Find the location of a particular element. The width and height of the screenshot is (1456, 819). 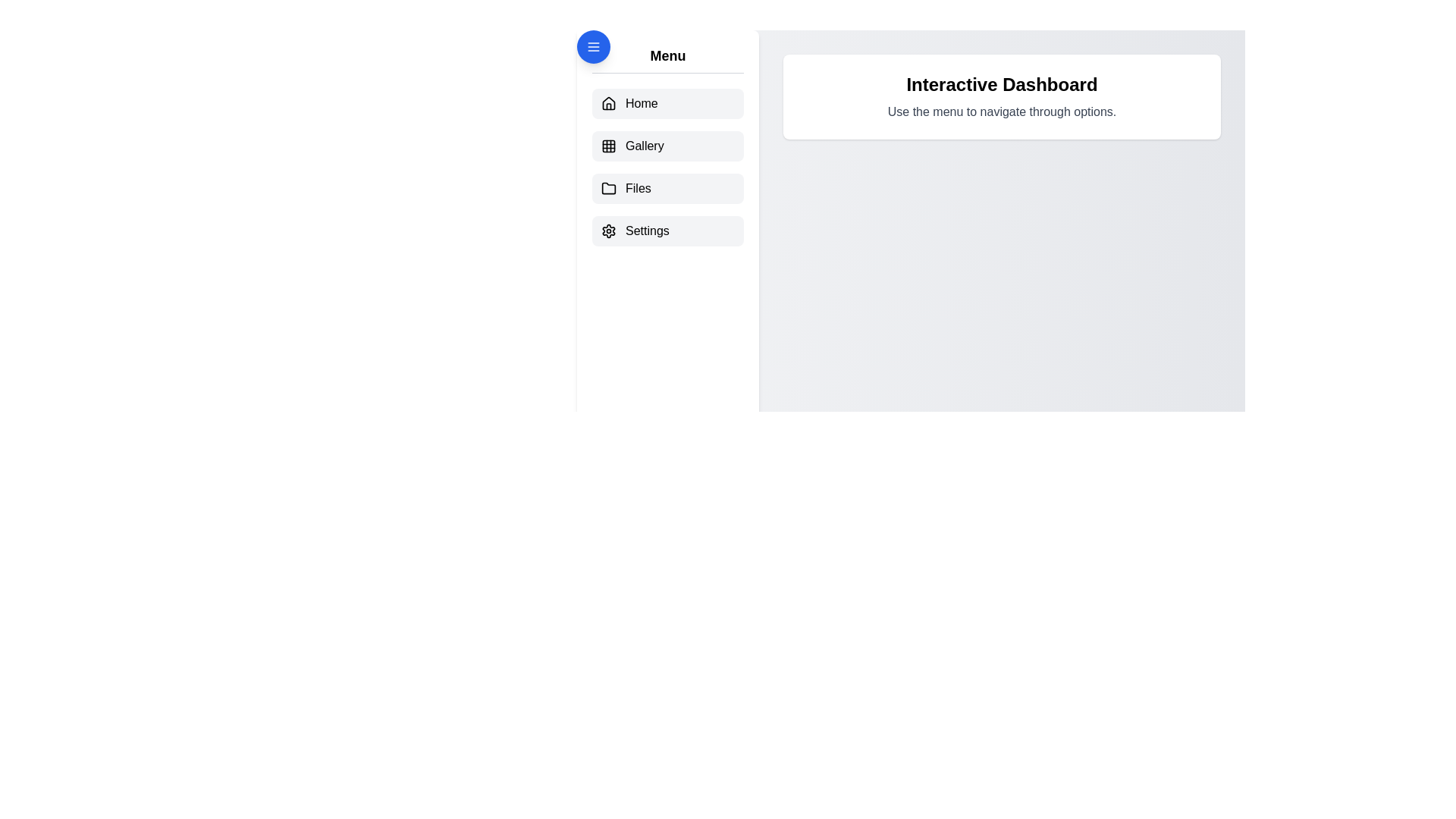

the menu item Settings is located at coordinates (667, 231).